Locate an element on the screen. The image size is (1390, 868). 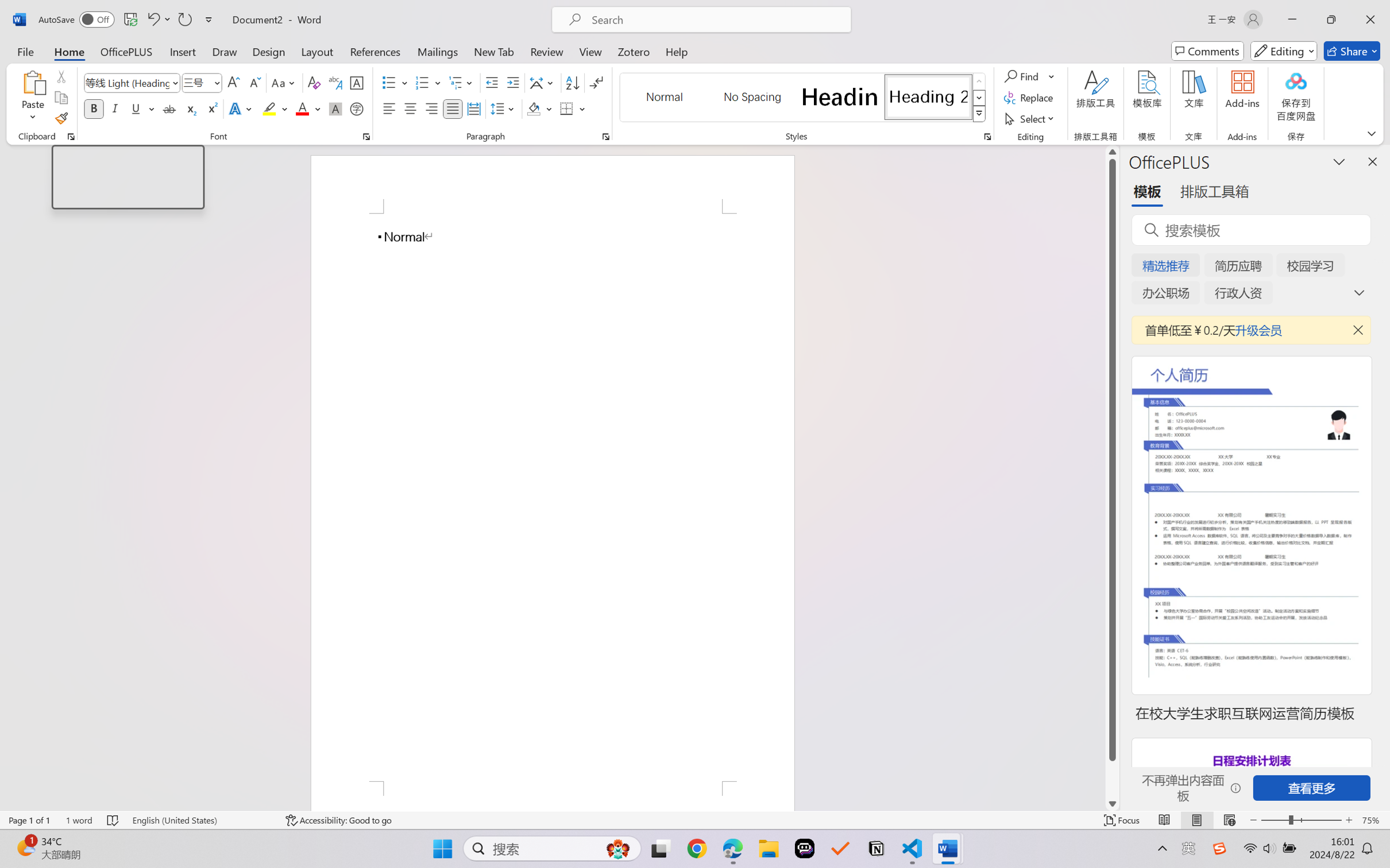
'Layout' is located at coordinates (316, 51).